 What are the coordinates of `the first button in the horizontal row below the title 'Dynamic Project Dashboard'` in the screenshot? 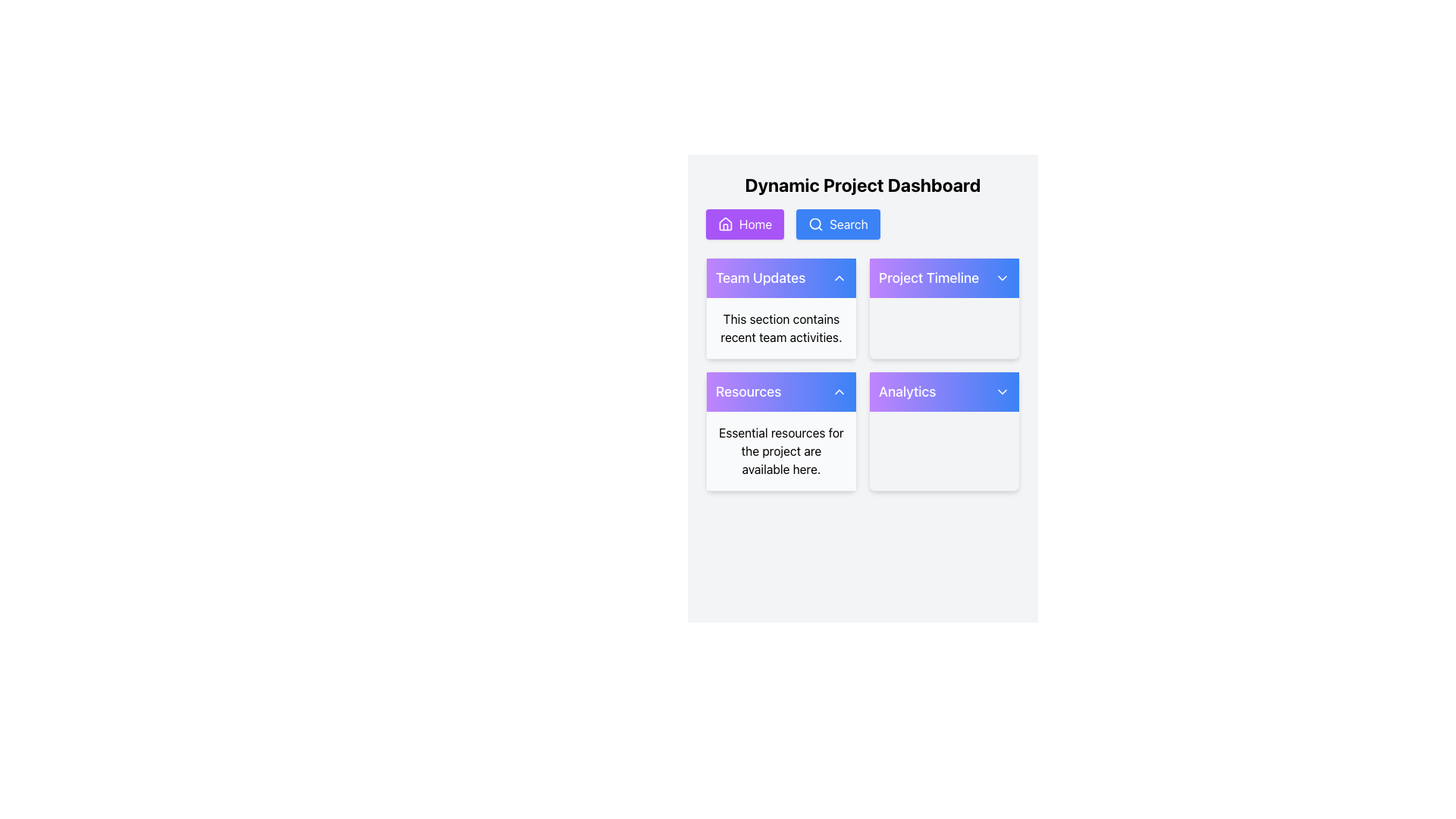 It's located at (745, 224).